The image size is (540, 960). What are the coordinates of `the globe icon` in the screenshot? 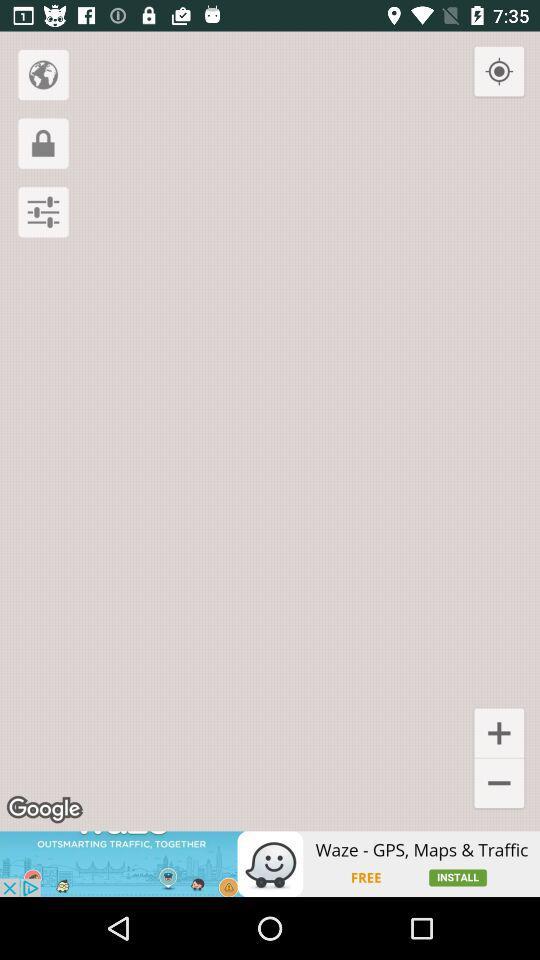 It's located at (43, 74).